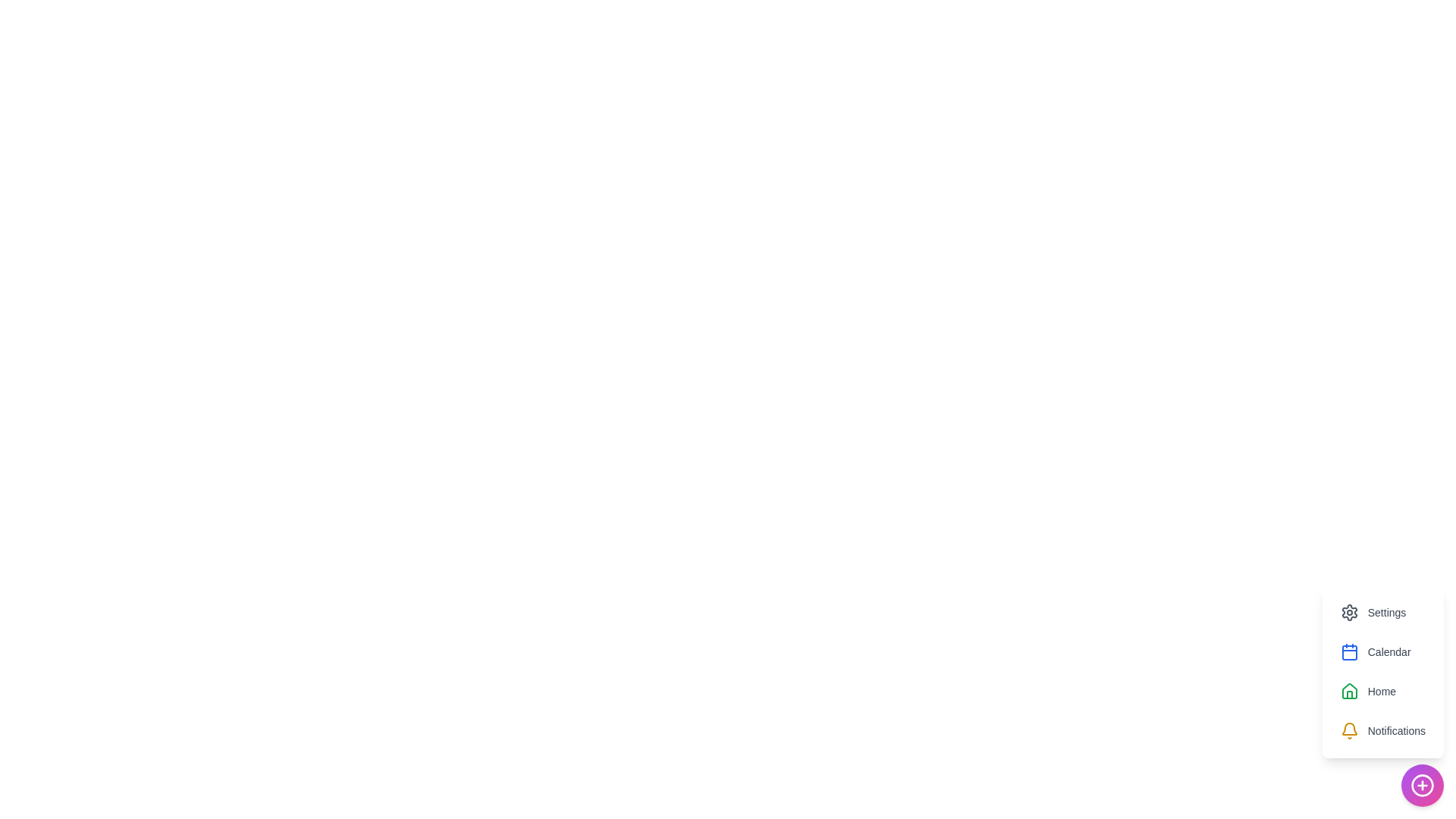  Describe the element at coordinates (1373, 611) in the screenshot. I see `the Settings option to view its hover effect` at that location.